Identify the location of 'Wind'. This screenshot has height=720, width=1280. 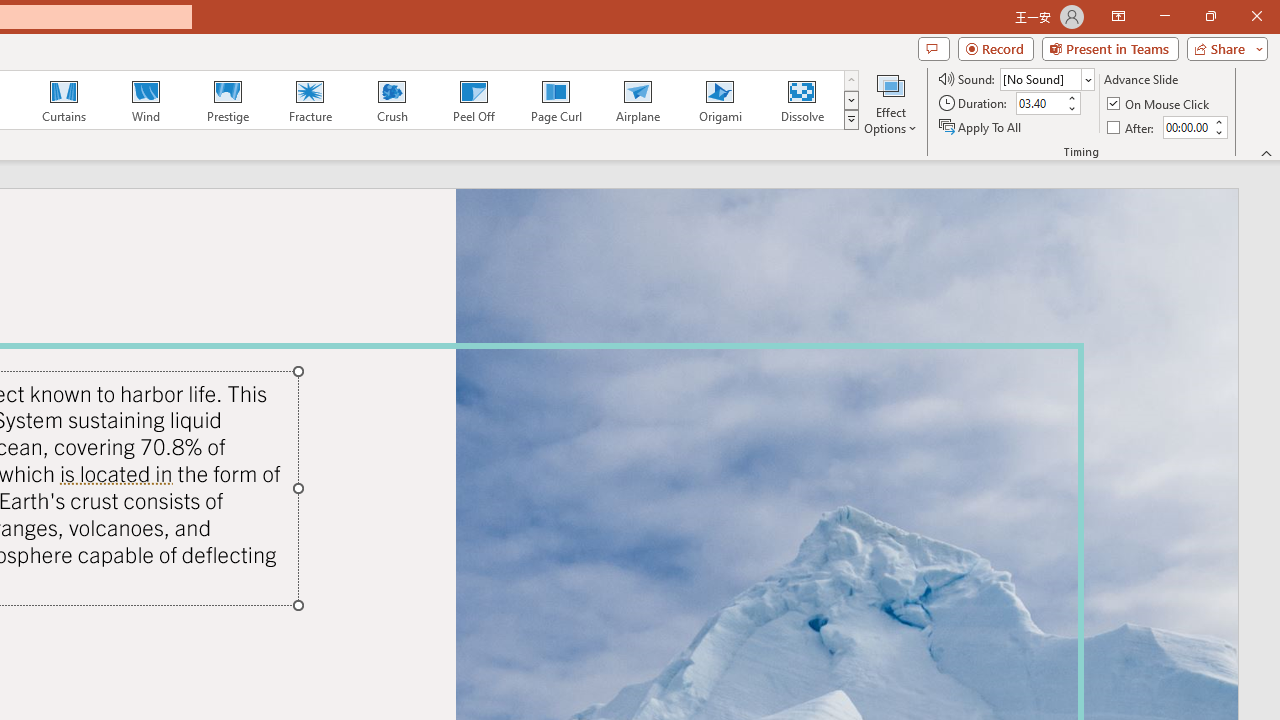
(144, 100).